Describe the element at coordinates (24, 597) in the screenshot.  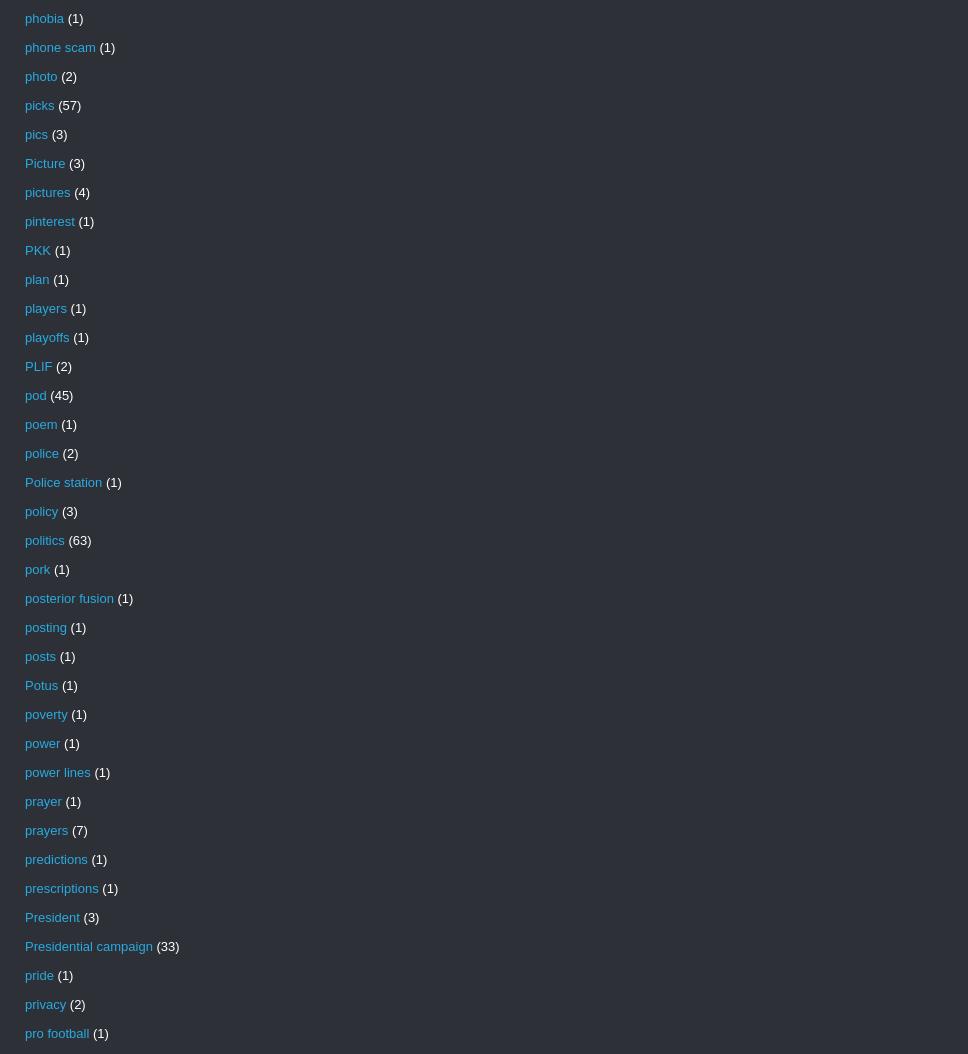
I see `'posterior fusion'` at that location.